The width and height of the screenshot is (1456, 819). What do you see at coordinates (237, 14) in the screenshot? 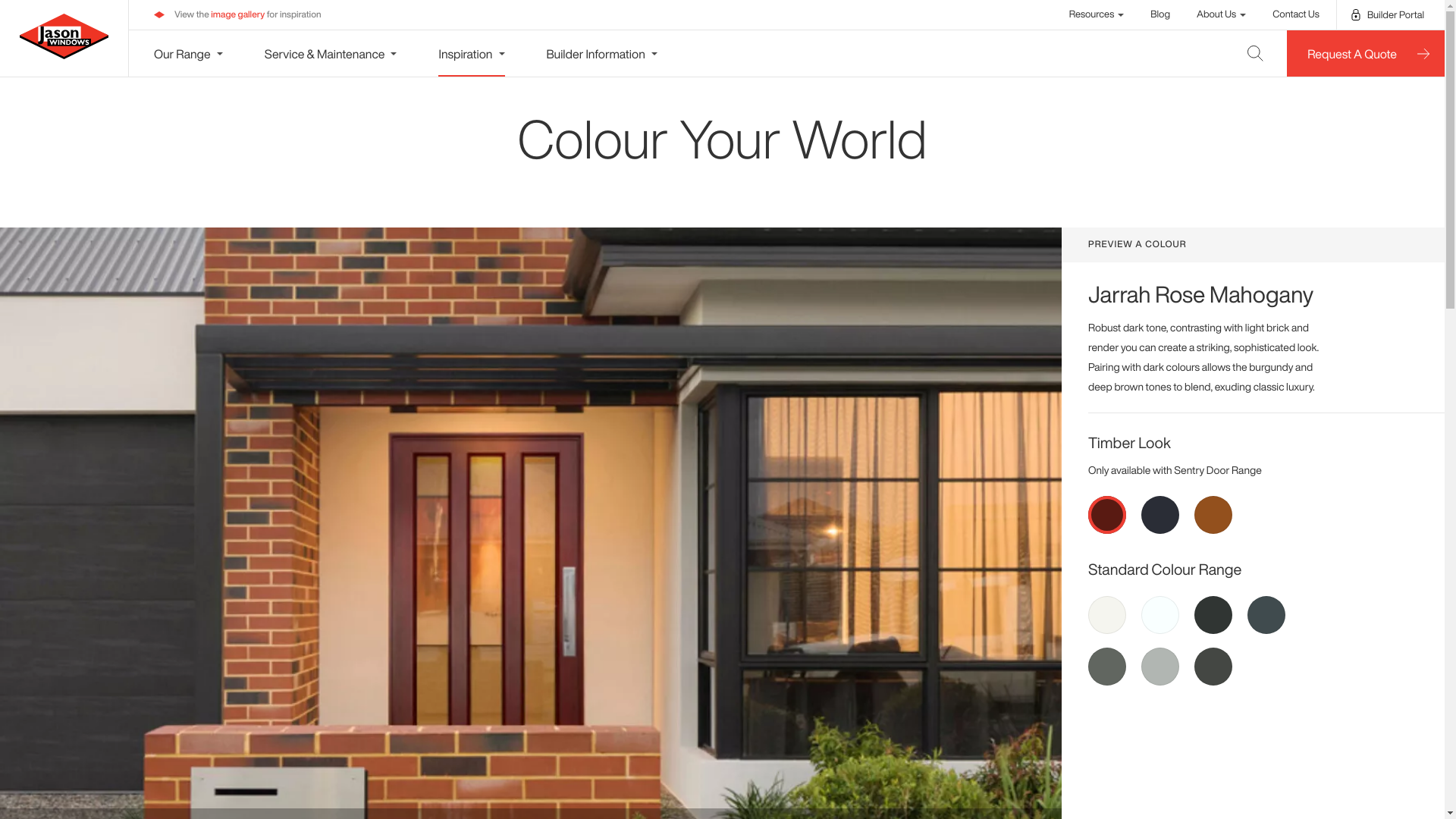
I see `'image gallery'` at bounding box center [237, 14].